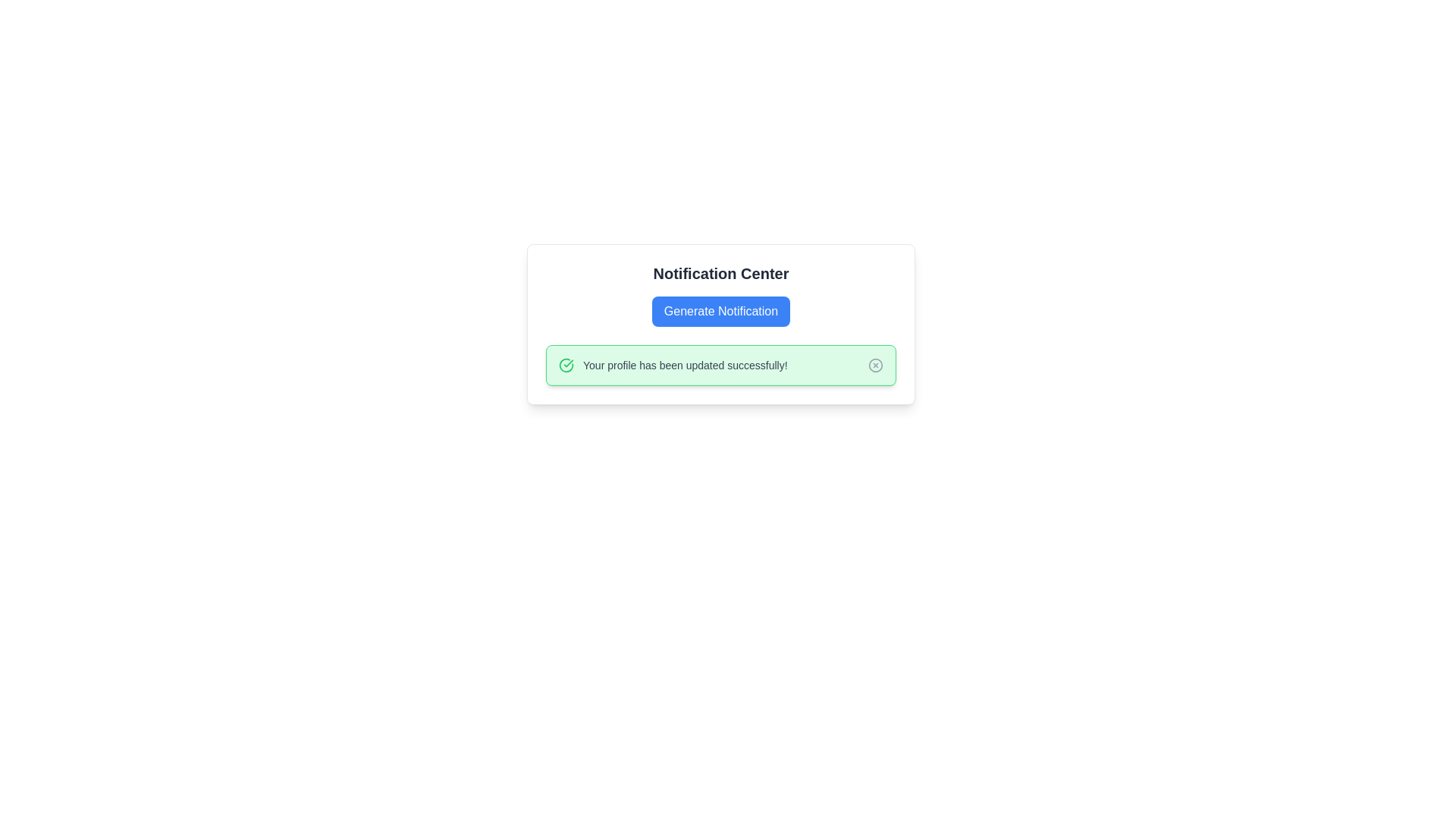  What do you see at coordinates (876, 366) in the screenshot?
I see `the 'Close' button located at the far right end of the notification bar, which dismisses the notification about the profile update` at bounding box center [876, 366].